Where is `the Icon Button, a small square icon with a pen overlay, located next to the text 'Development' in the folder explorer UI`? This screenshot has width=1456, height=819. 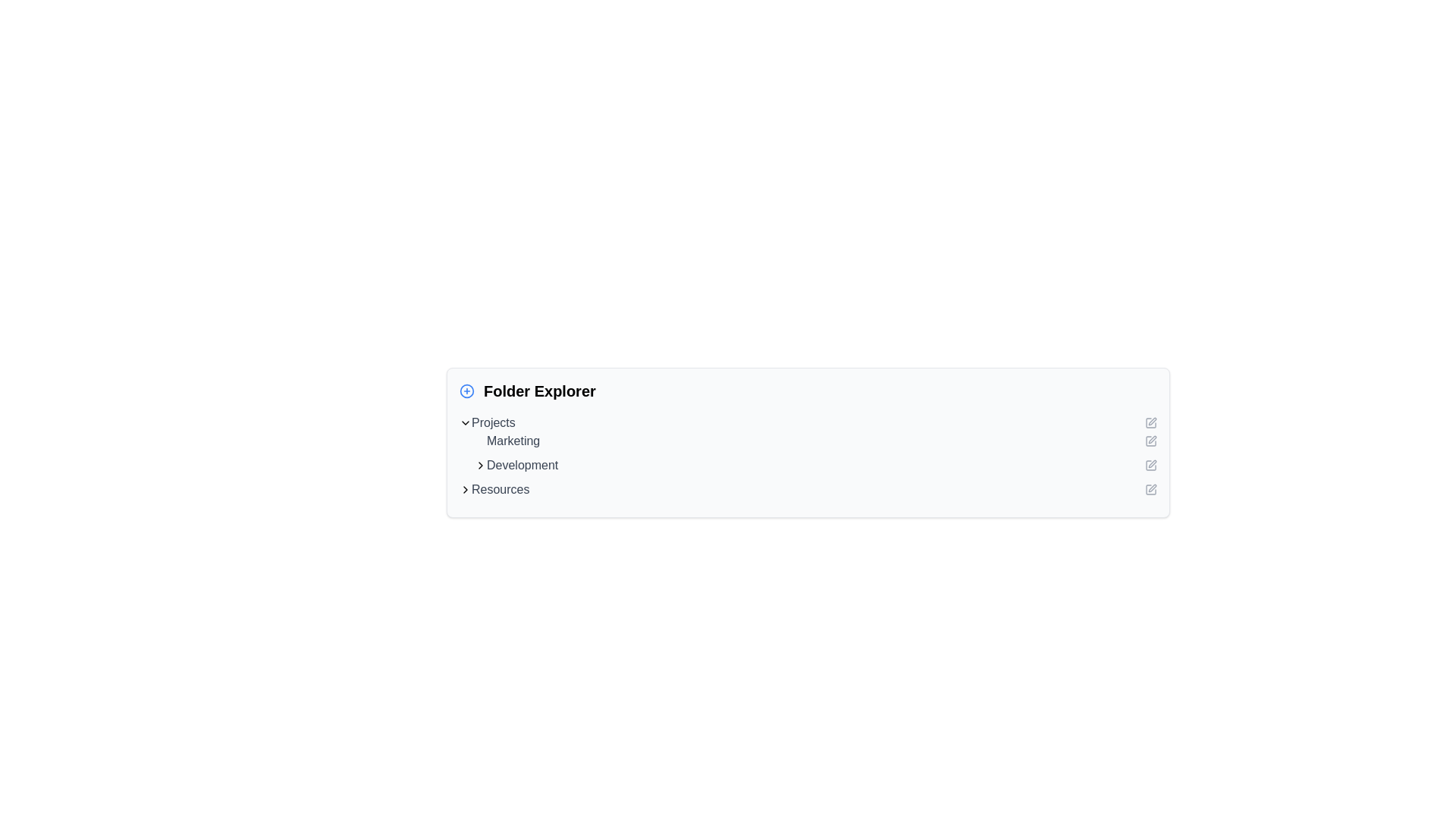 the Icon Button, a small square icon with a pen overlay, located next to the text 'Development' in the folder explorer UI is located at coordinates (1150, 464).